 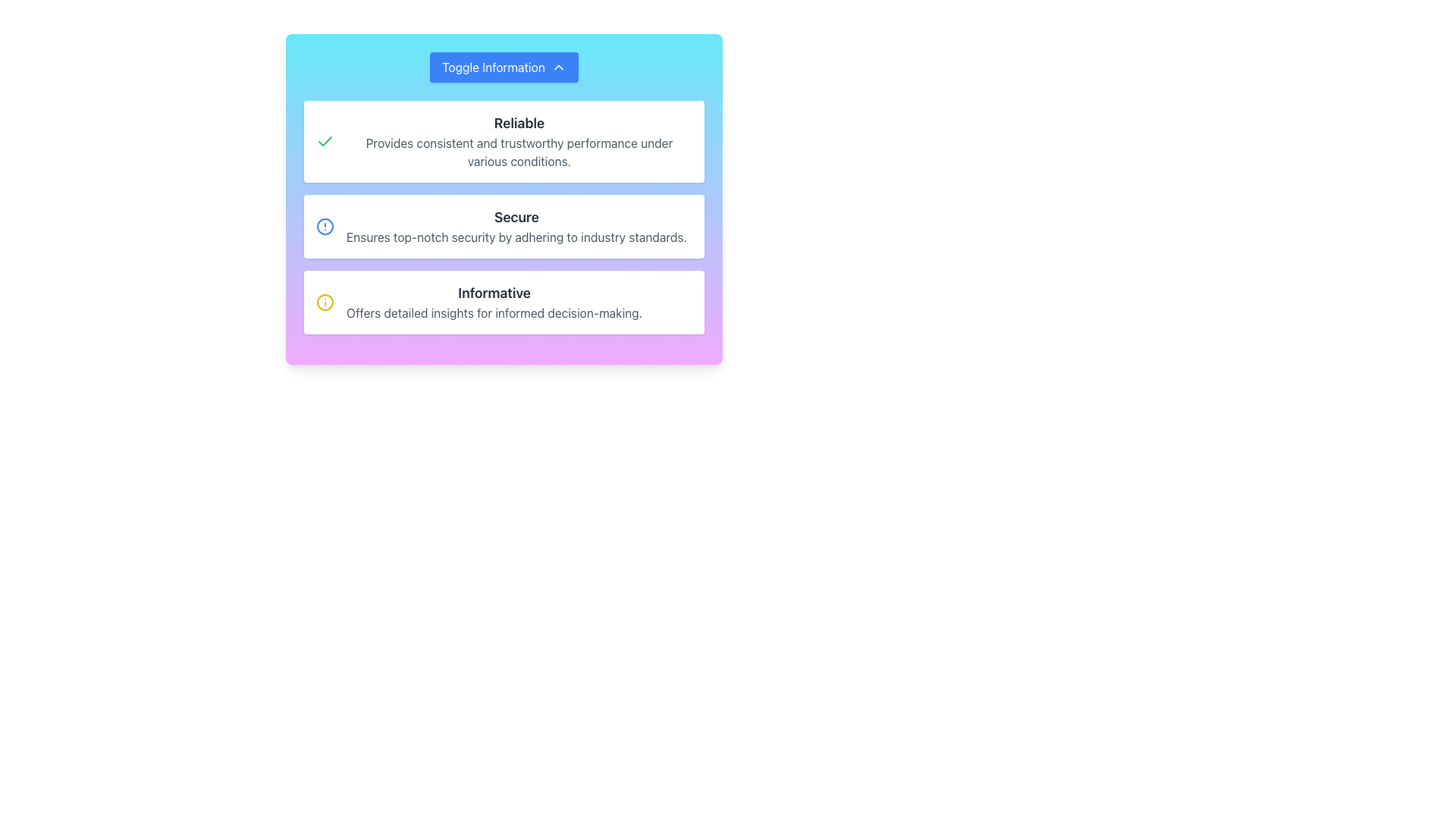 I want to click on the SVG Circle indicator located in the 'Secure' section of the panel, which is positioned to the left of the text content, so click(x=324, y=227).